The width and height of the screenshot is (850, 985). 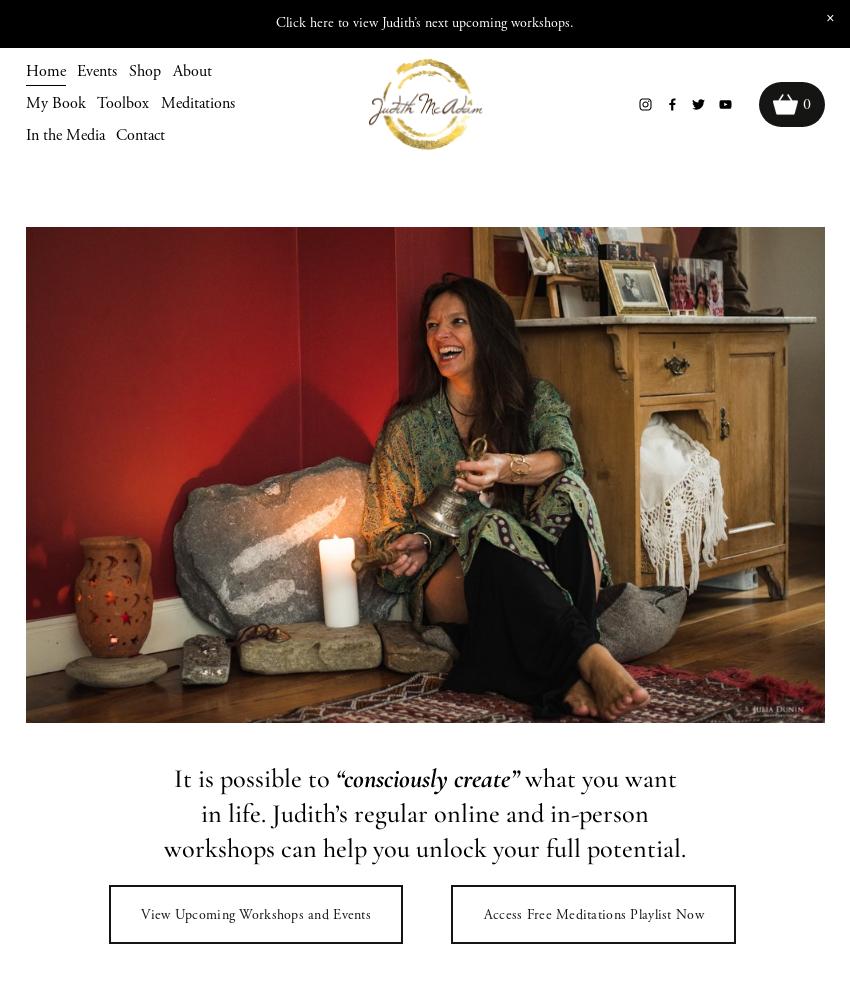 What do you see at coordinates (140, 134) in the screenshot?
I see `'Contact'` at bounding box center [140, 134].